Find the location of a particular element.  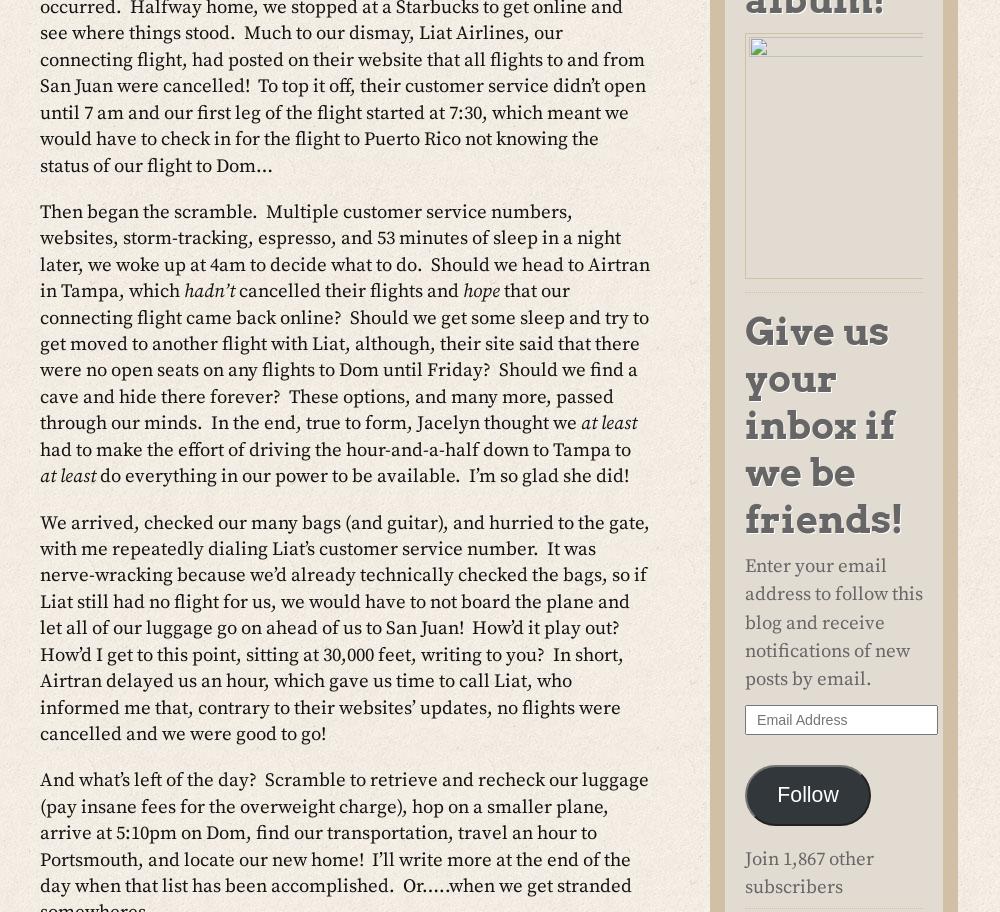

'Enter your email address to follow this blog and receive notifications of new posts by email.' is located at coordinates (833, 622).